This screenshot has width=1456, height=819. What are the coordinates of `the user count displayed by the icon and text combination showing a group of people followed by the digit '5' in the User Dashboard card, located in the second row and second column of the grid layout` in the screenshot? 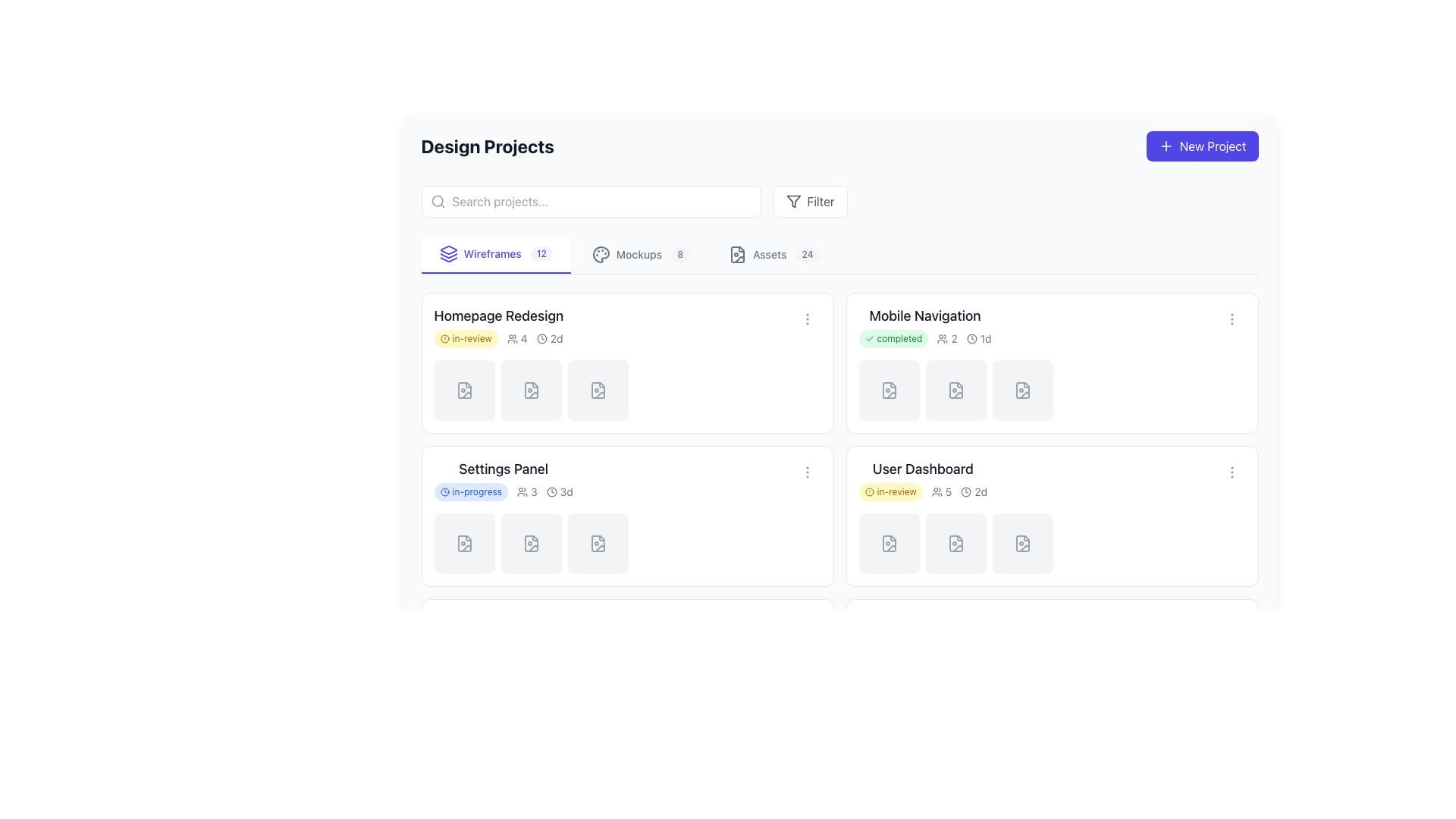 It's located at (941, 491).